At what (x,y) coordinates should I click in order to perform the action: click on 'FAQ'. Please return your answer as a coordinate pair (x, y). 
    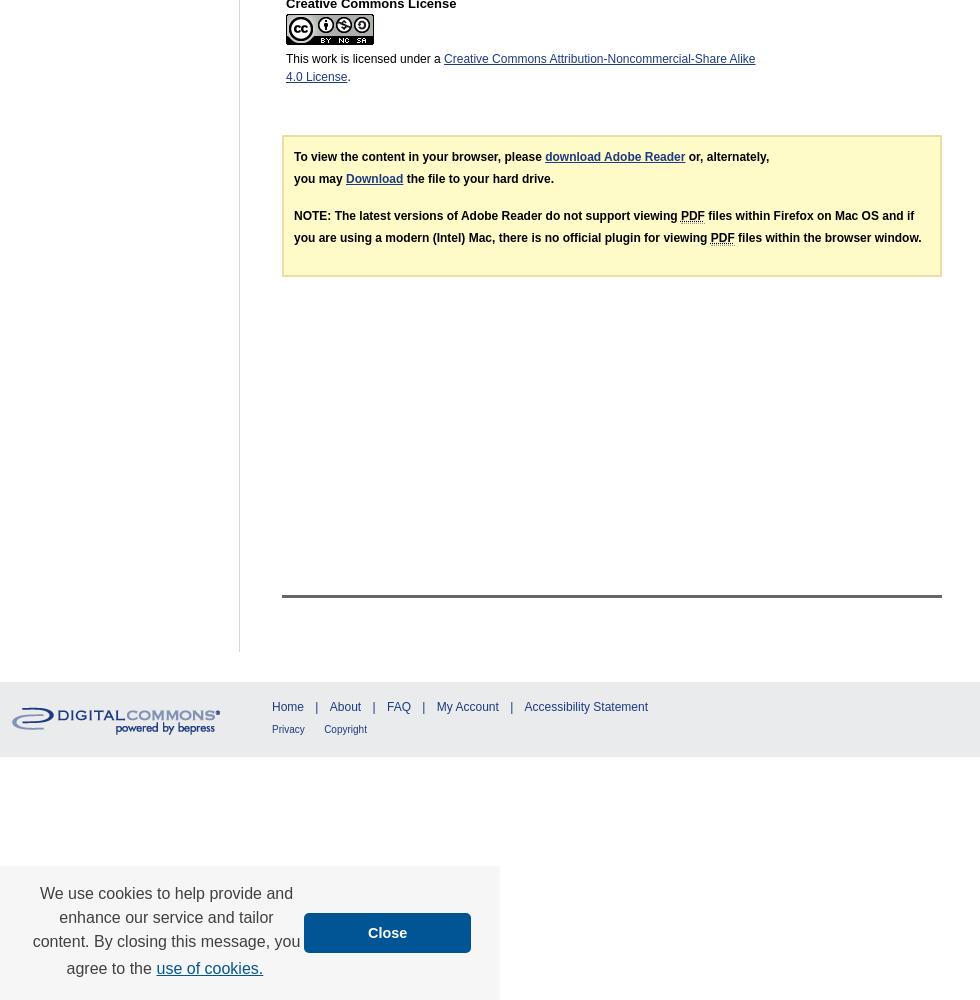
    Looking at the image, I should click on (397, 705).